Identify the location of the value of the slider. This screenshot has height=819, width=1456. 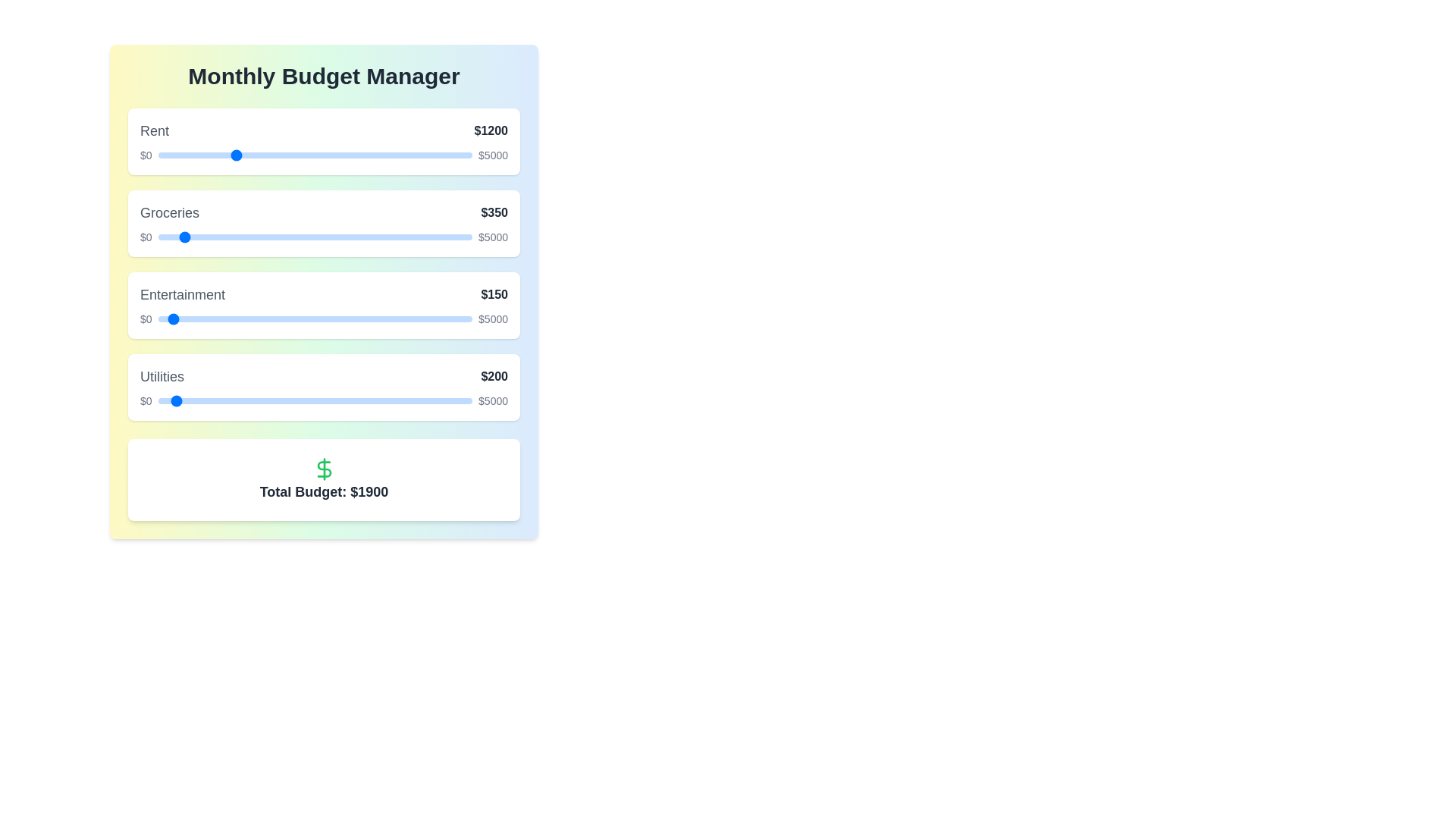
(444, 318).